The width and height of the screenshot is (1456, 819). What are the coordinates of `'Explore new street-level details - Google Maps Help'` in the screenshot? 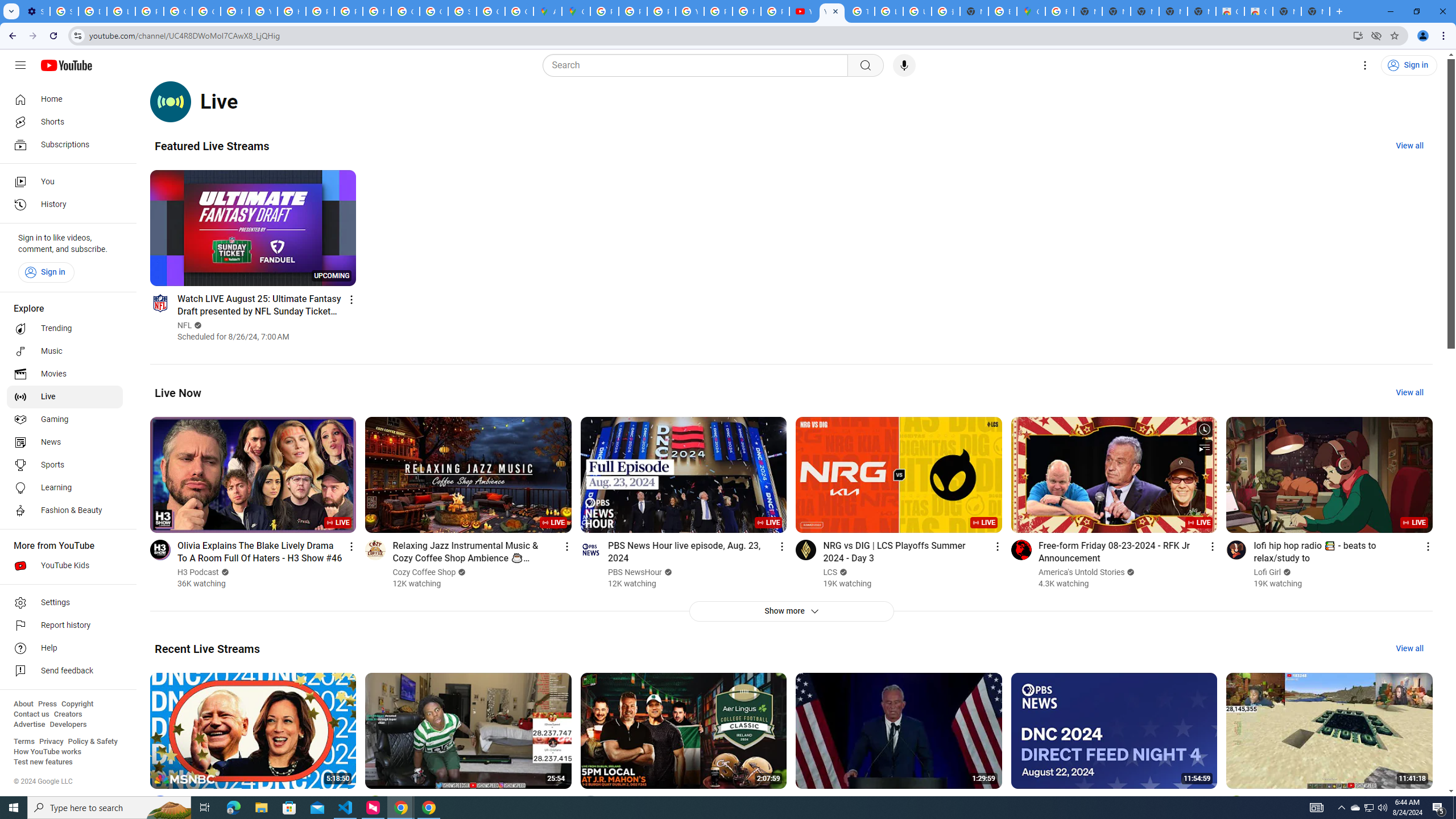 It's located at (1002, 11).